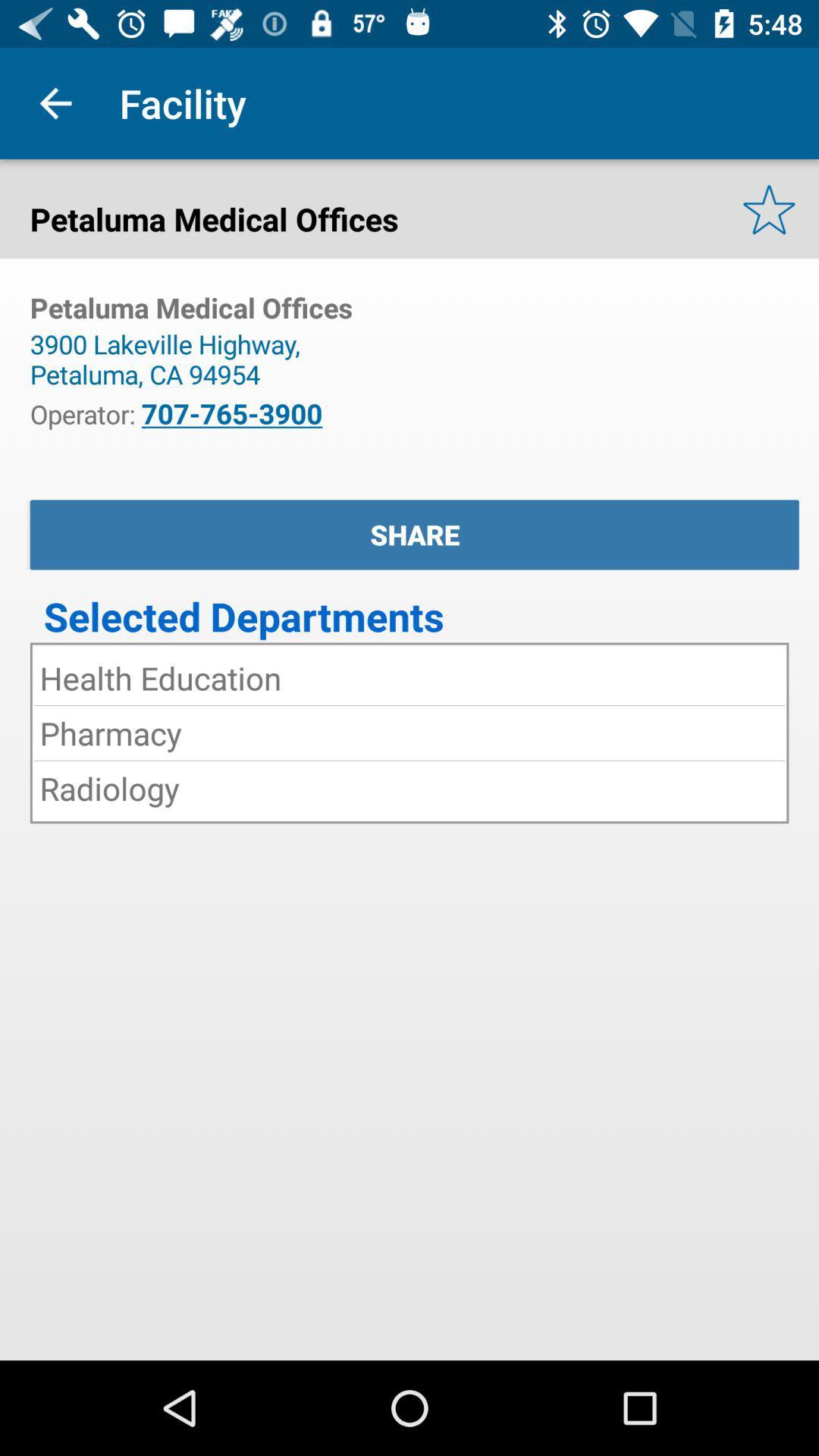  Describe the element at coordinates (171, 358) in the screenshot. I see `the 3900 lakeville highway` at that location.